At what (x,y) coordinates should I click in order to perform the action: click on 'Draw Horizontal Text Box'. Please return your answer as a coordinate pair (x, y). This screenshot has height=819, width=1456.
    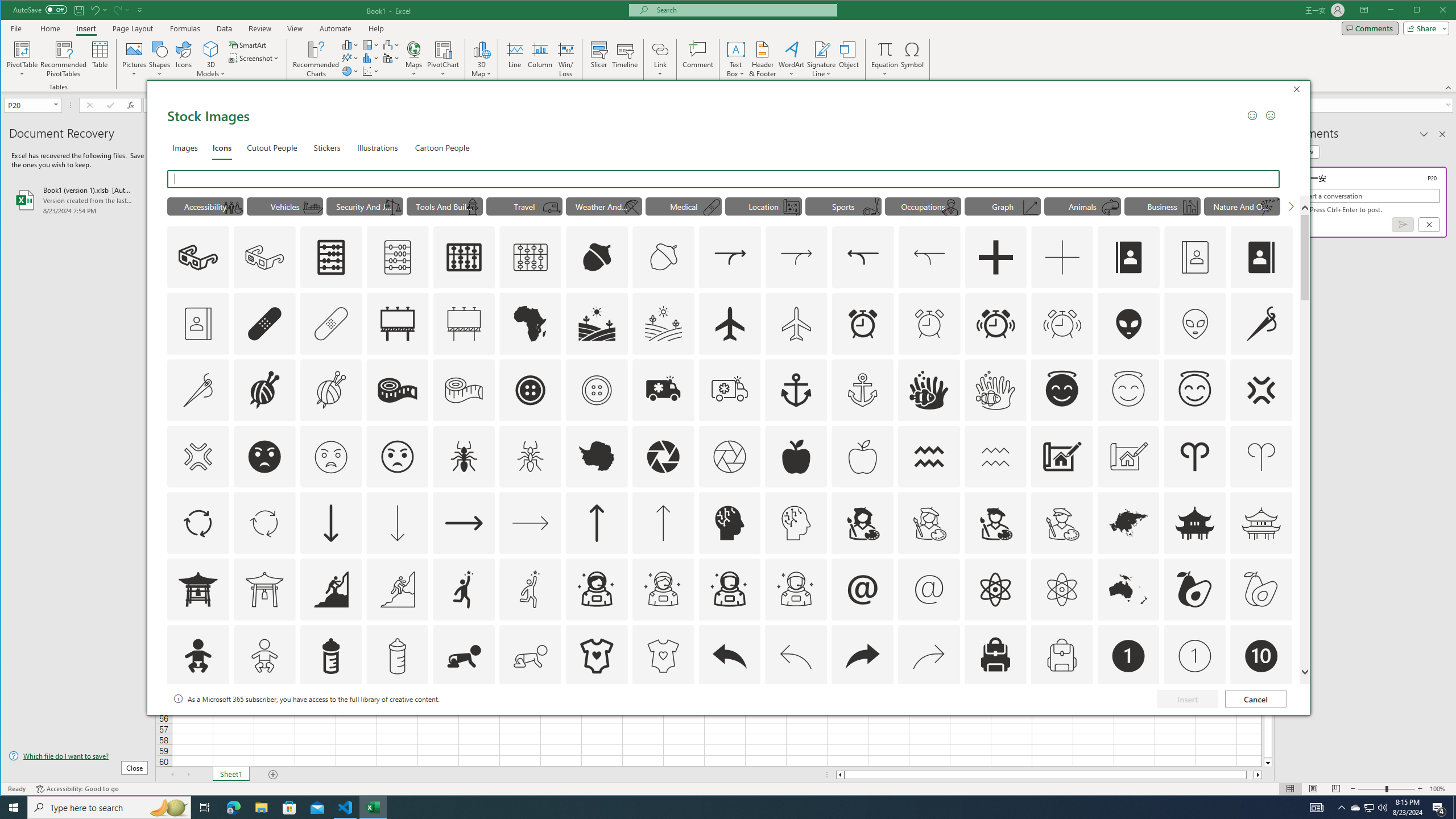
    Looking at the image, I should click on (735, 48).